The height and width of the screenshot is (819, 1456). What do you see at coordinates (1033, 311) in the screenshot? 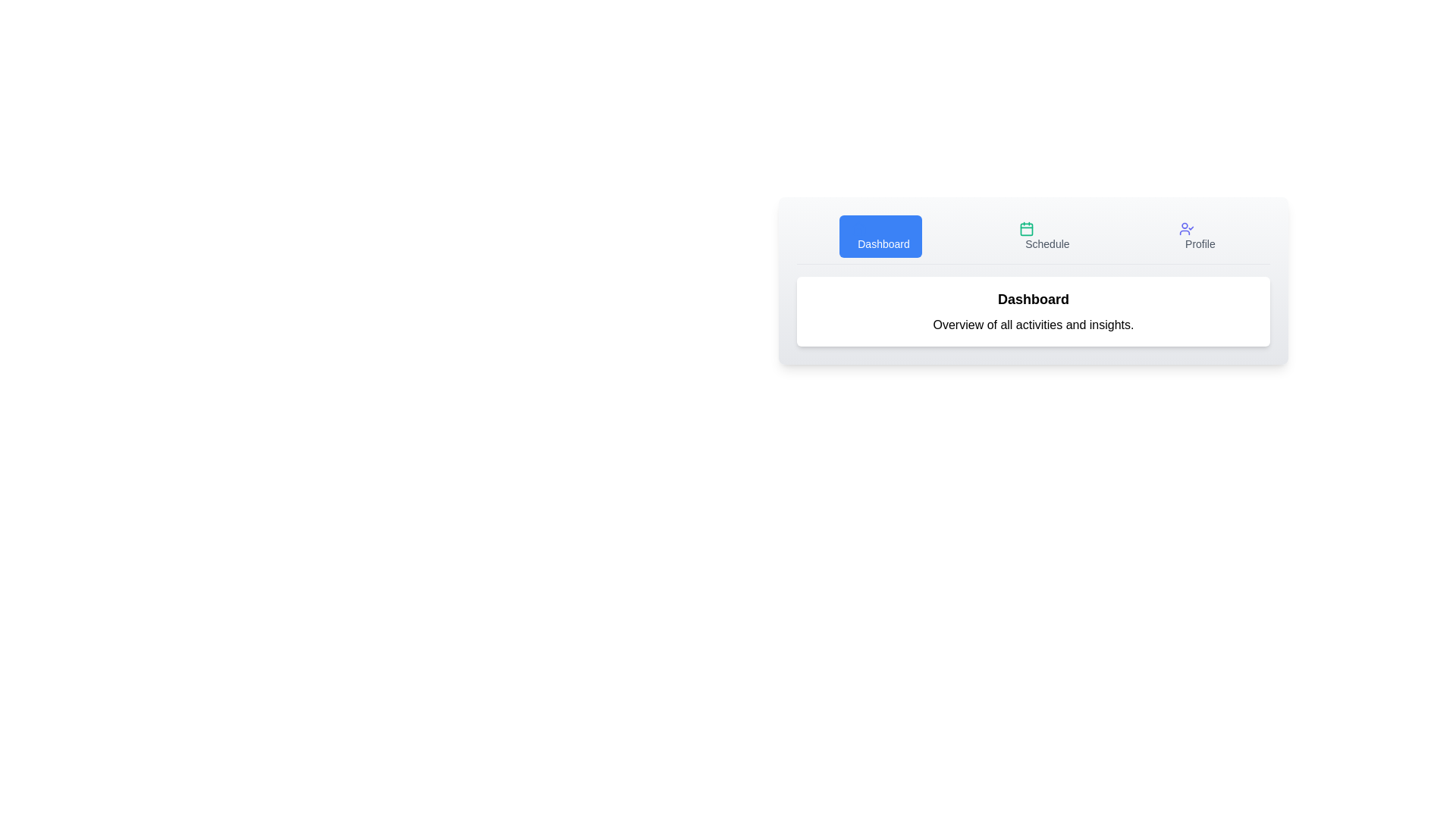
I see `the content area of the active tab to focus on its text` at bounding box center [1033, 311].